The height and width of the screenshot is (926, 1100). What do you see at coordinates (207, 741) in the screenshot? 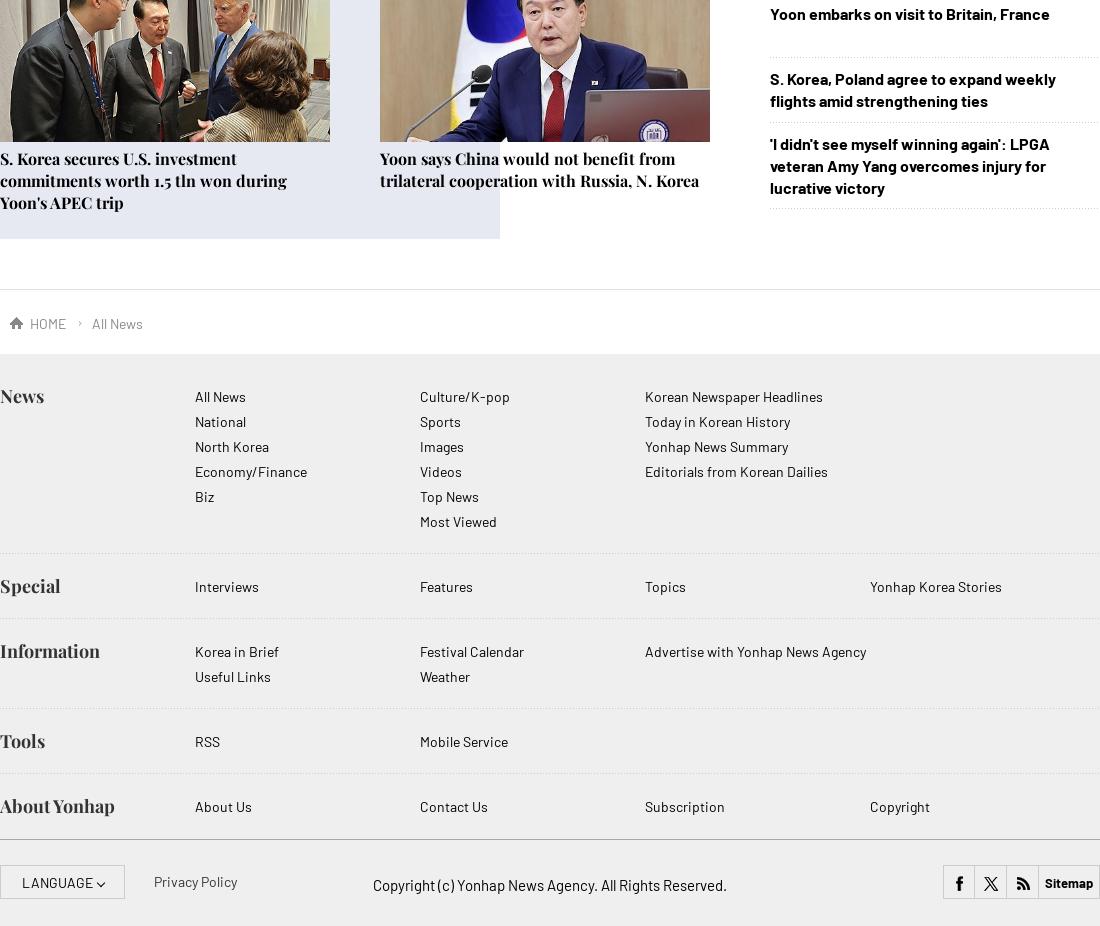
I see `'RSS'` at bounding box center [207, 741].